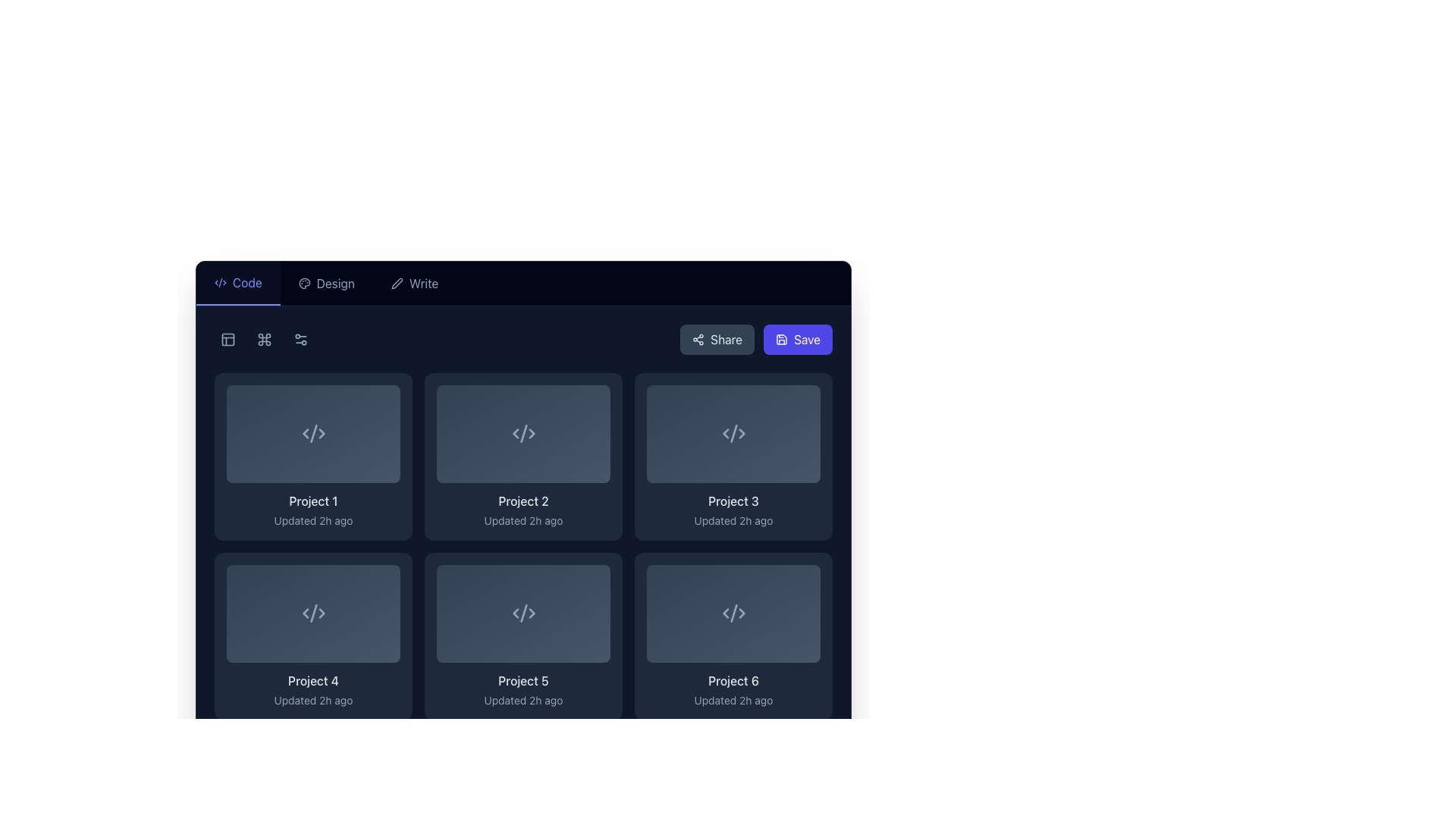  What do you see at coordinates (733, 613) in the screenshot?
I see `the icon representing code or XML tags, which consists of a pair of angle brackets with a diagonal line, located in the sixth item of the grid layout in the 'Code' section` at bounding box center [733, 613].